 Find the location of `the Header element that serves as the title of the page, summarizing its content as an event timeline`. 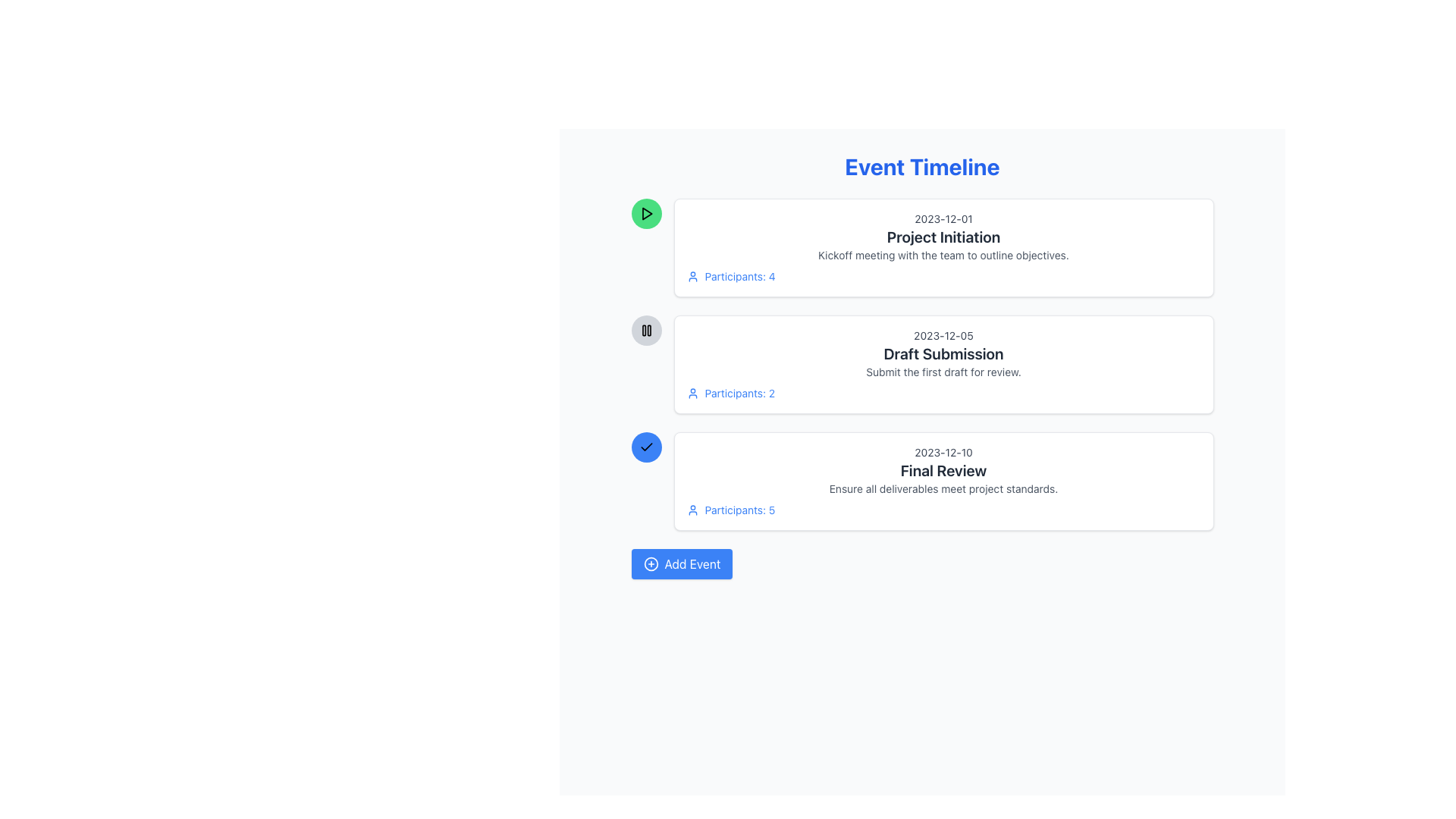

the Header element that serves as the title of the page, summarizing its content as an event timeline is located at coordinates (921, 166).